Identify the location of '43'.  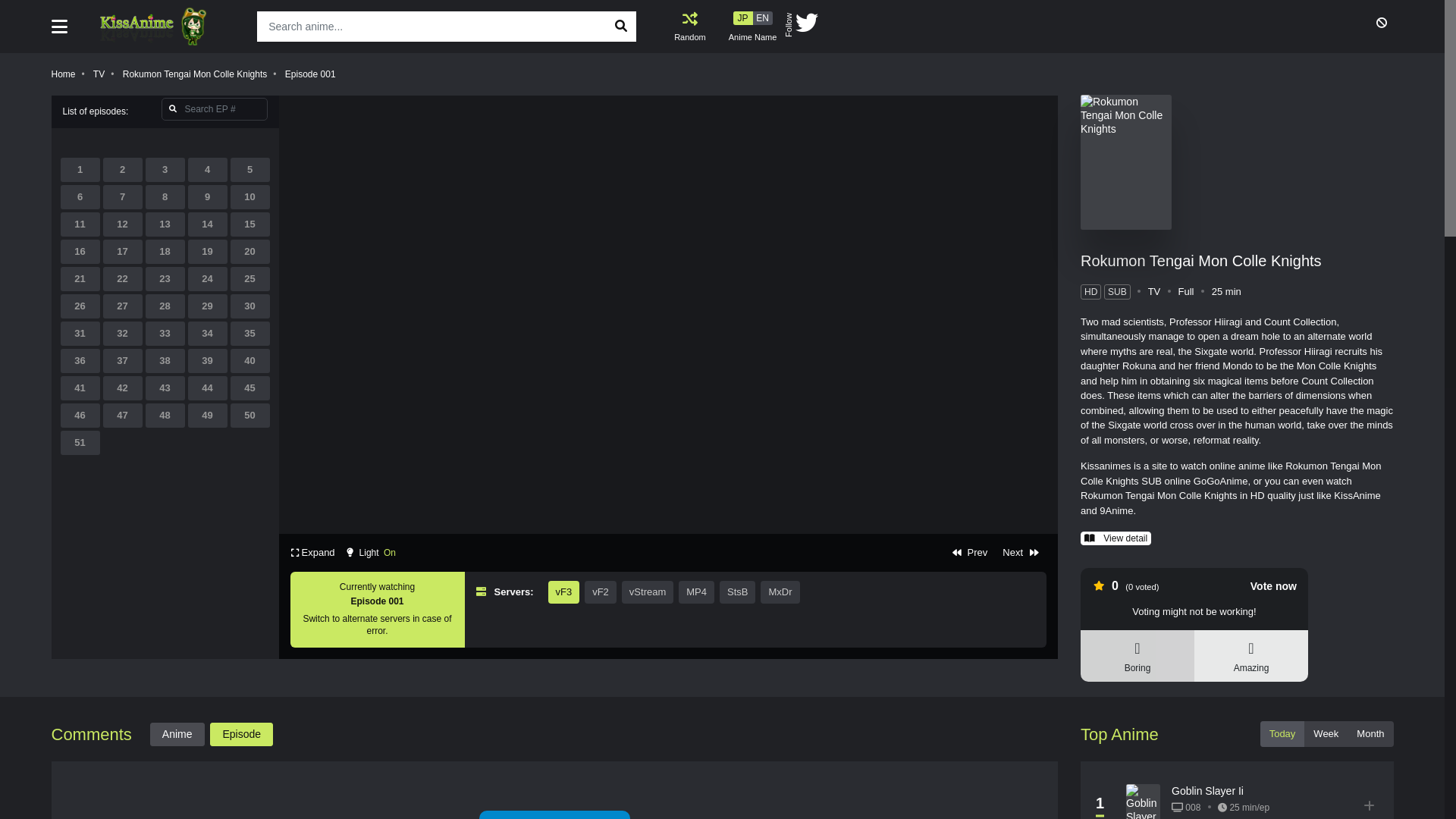
(165, 388).